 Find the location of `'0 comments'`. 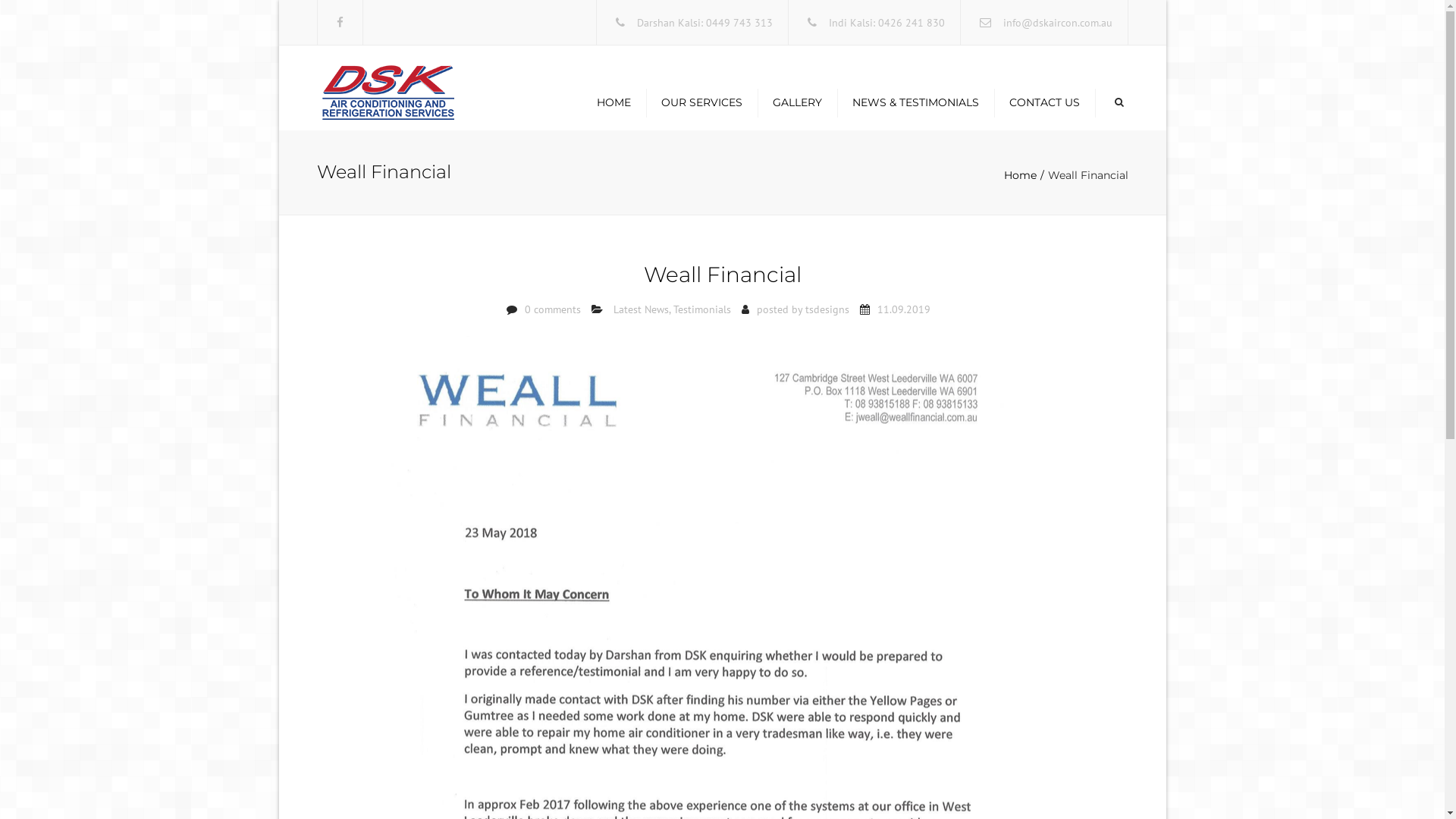

'0 comments' is located at coordinates (552, 309).